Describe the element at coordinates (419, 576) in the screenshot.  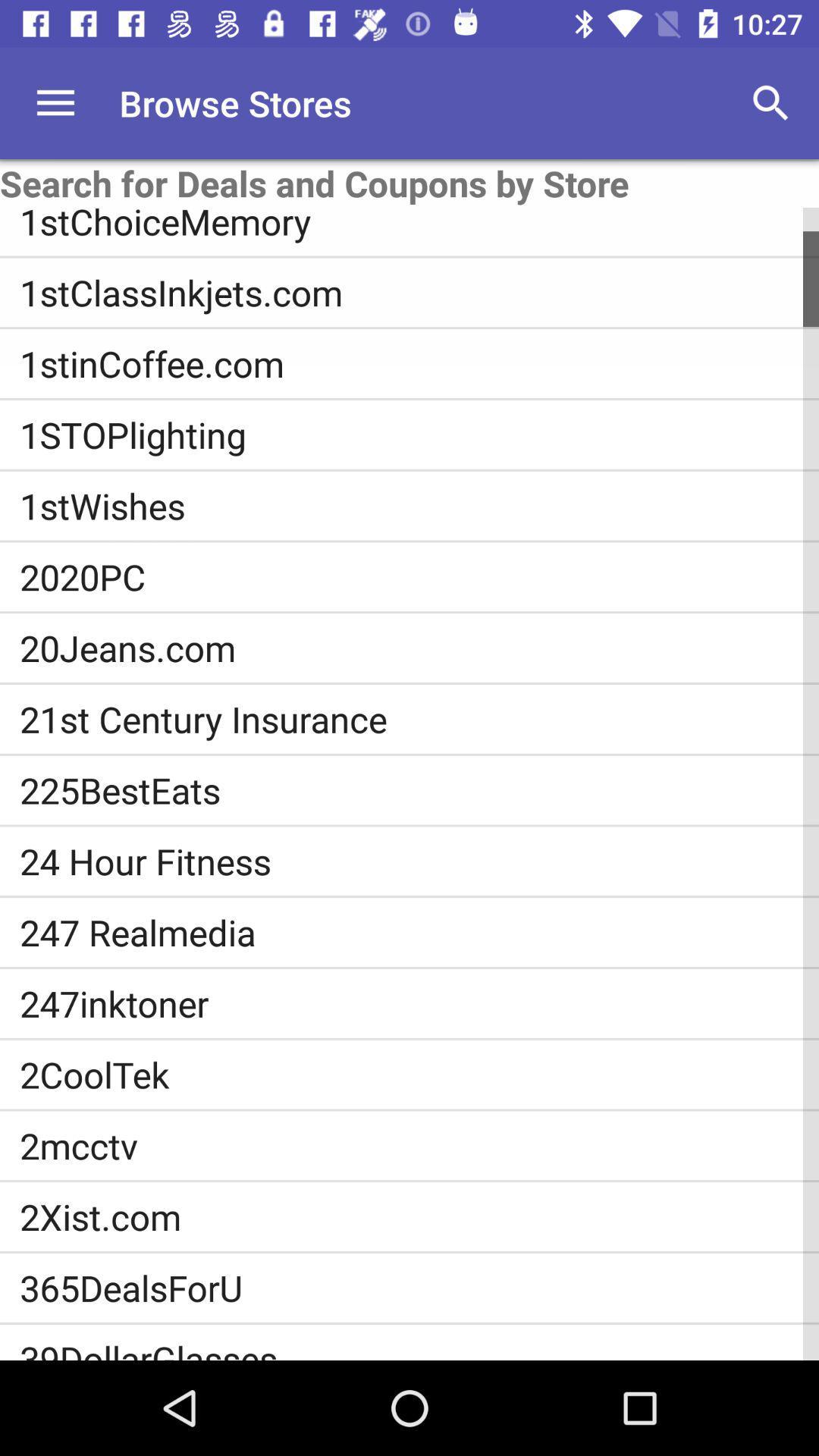
I see `the 2020pc icon` at that location.